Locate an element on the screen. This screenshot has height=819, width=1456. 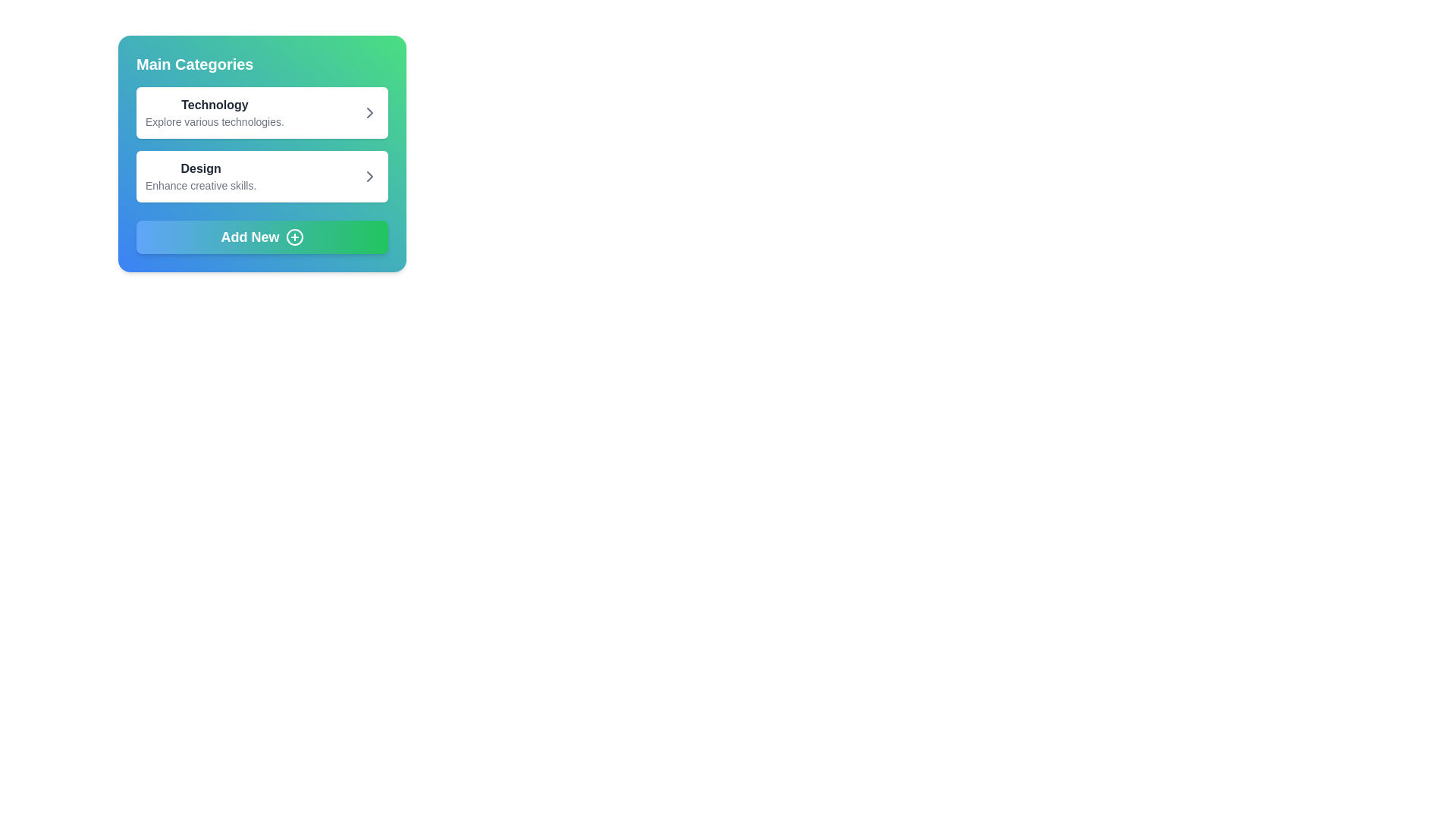
the 'Design' clickable card located directly beneath the 'Technology' card in the main categories list is located at coordinates (262, 175).